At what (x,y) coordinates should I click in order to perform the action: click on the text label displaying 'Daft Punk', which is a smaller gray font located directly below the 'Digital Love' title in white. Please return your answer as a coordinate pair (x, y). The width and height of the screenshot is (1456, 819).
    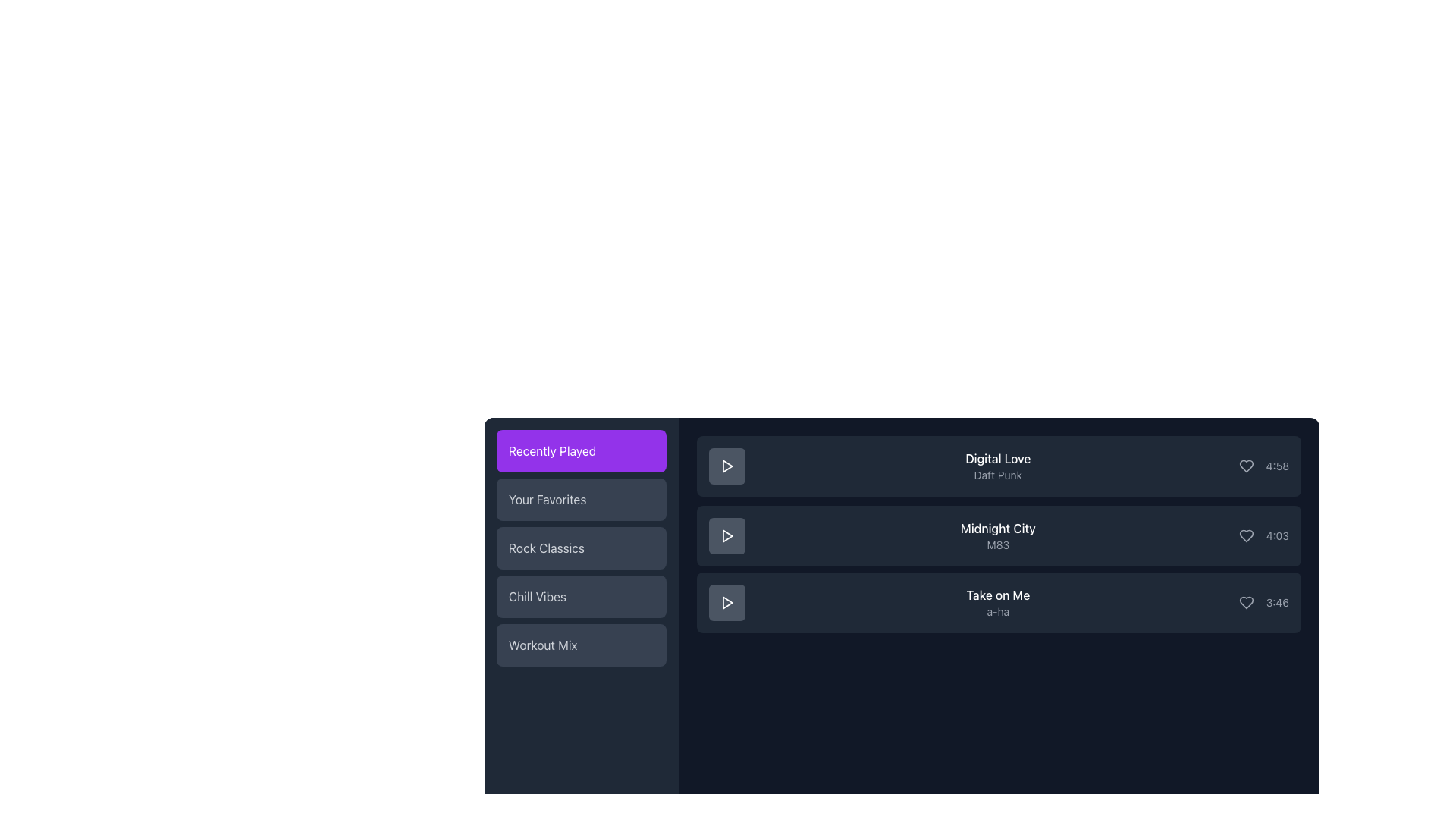
    Looking at the image, I should click on (998, 475).